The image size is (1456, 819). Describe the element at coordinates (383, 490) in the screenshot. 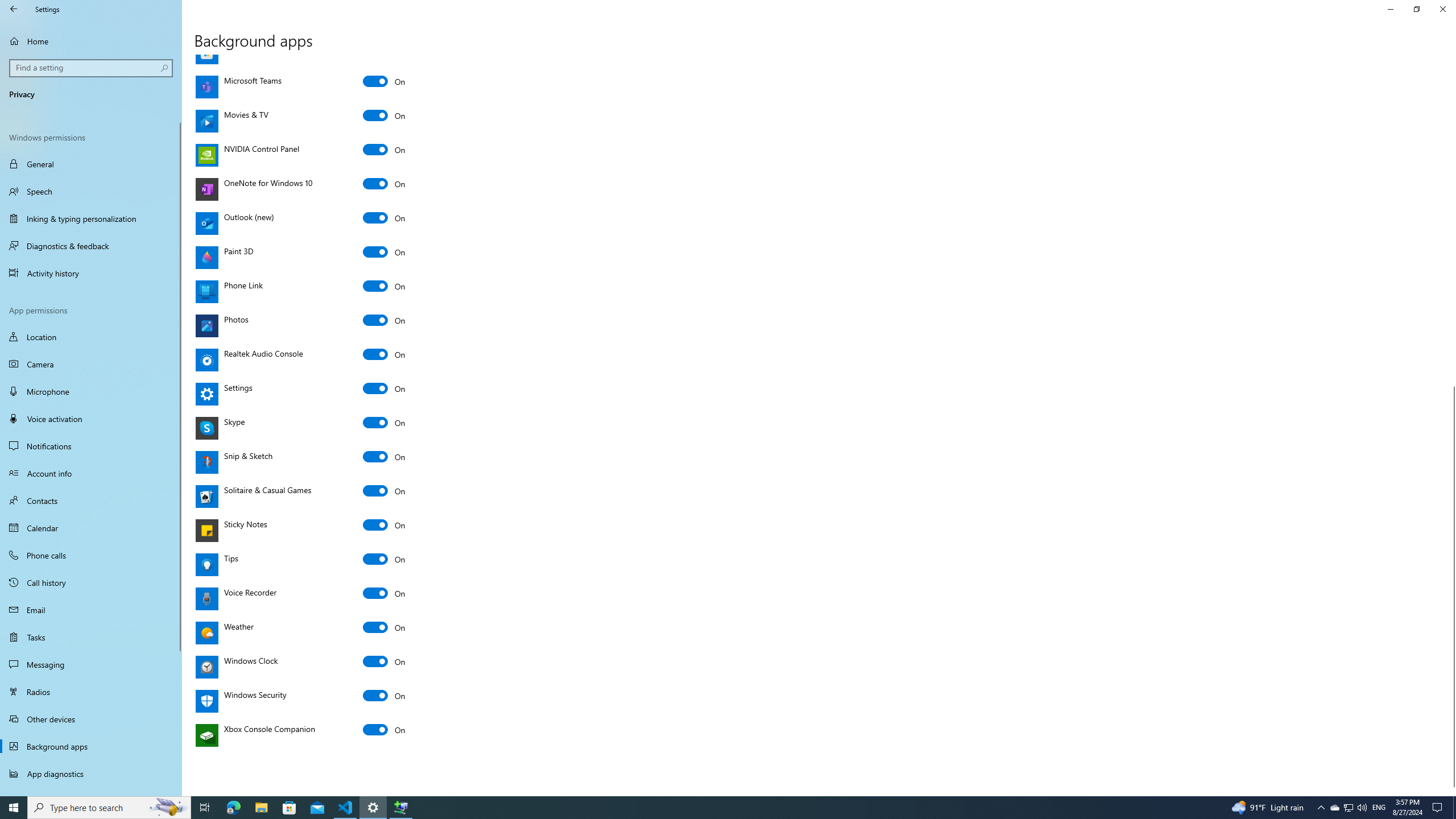

I see `'Solitaire & Casual Games'` at that location.